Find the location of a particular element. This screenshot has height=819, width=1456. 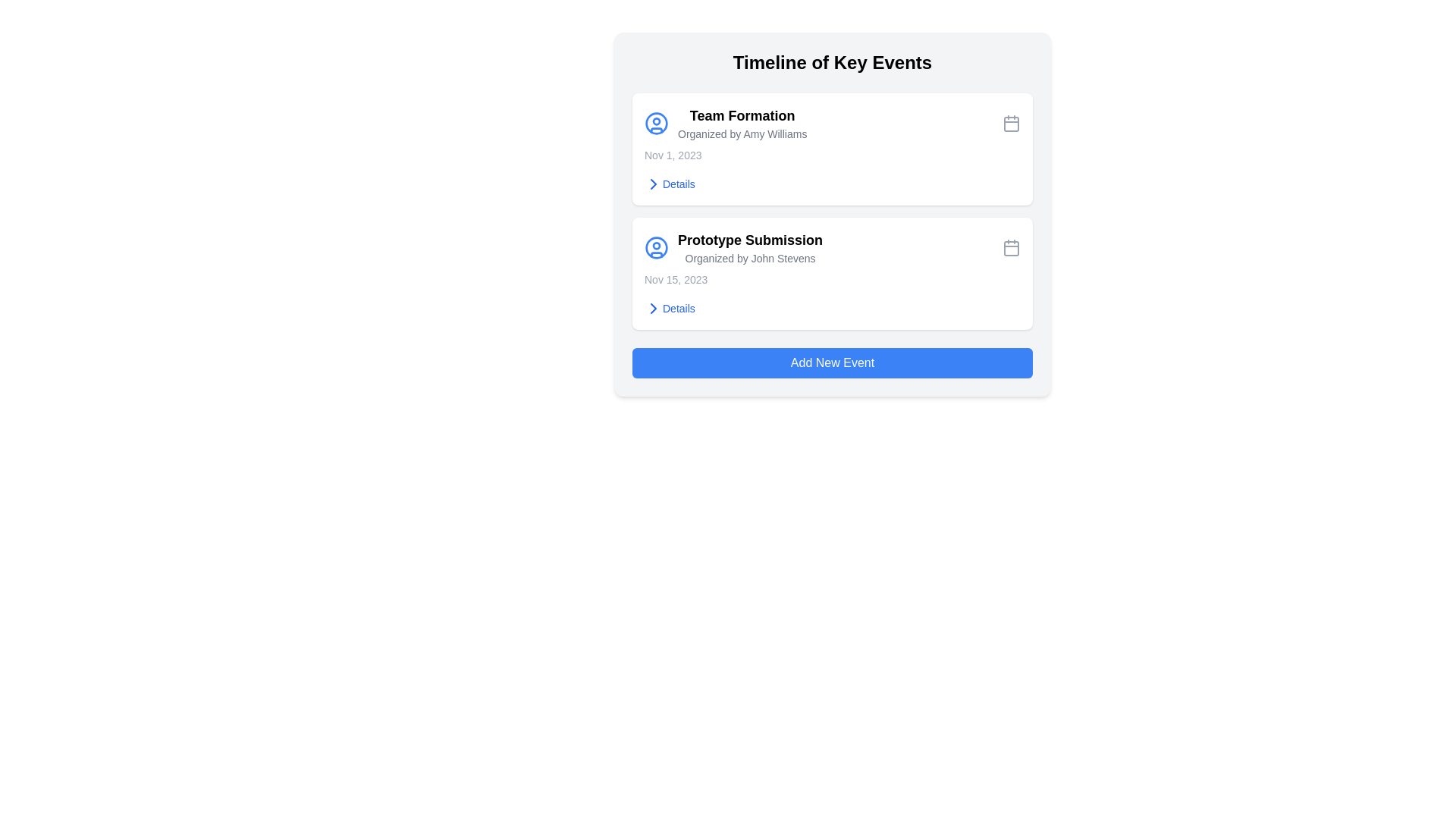

the hyperlink located at the bottom-right of the 'Prototype Submission' card organized by John Stevens is located at coordinates (669, 308).